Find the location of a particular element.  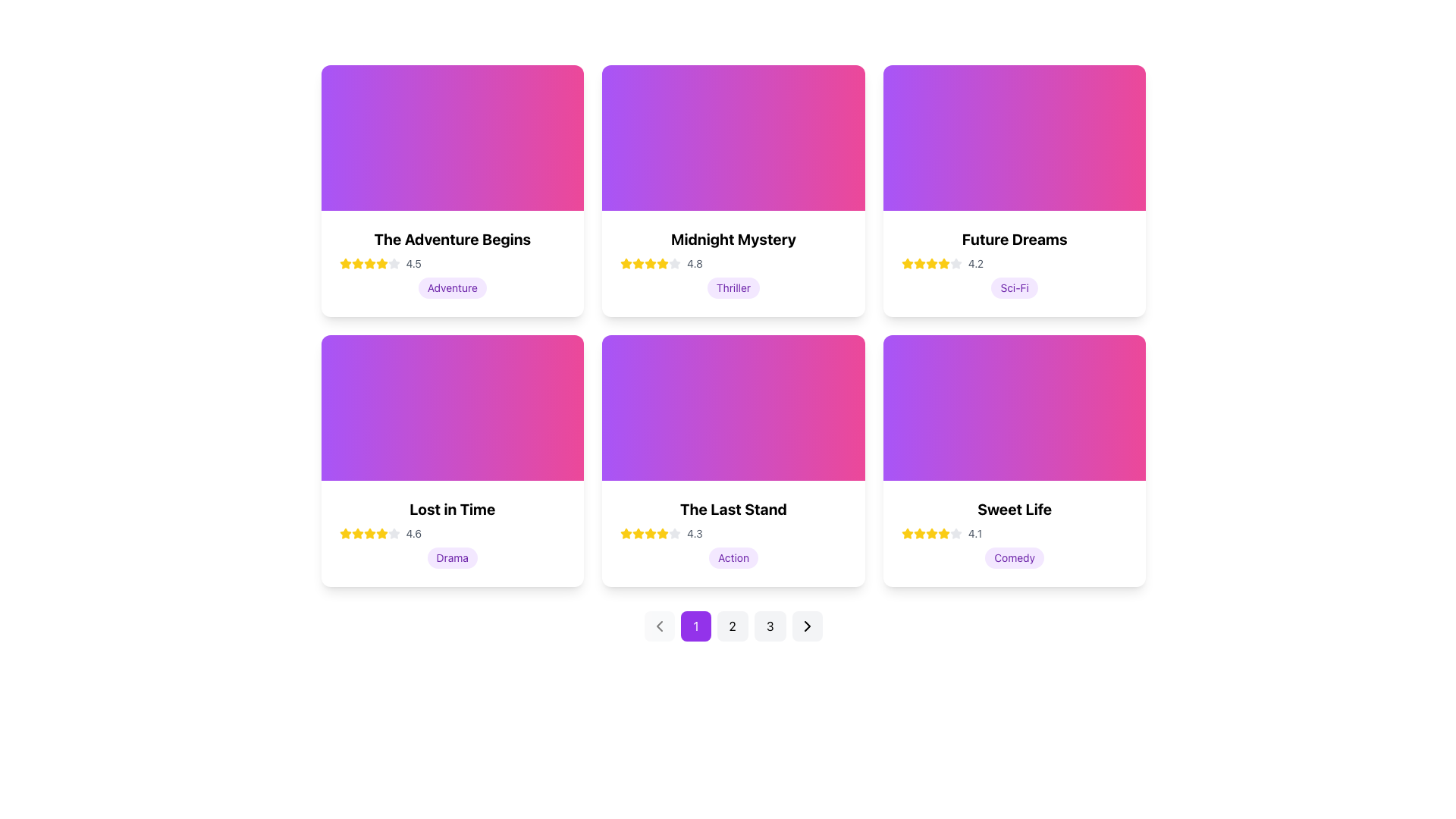

the yellow star icon representing the rating component for the 'Sweet Life' item, which is the first star in the rating row aligned above the text '4.1' is located at coordinates (907, 532).